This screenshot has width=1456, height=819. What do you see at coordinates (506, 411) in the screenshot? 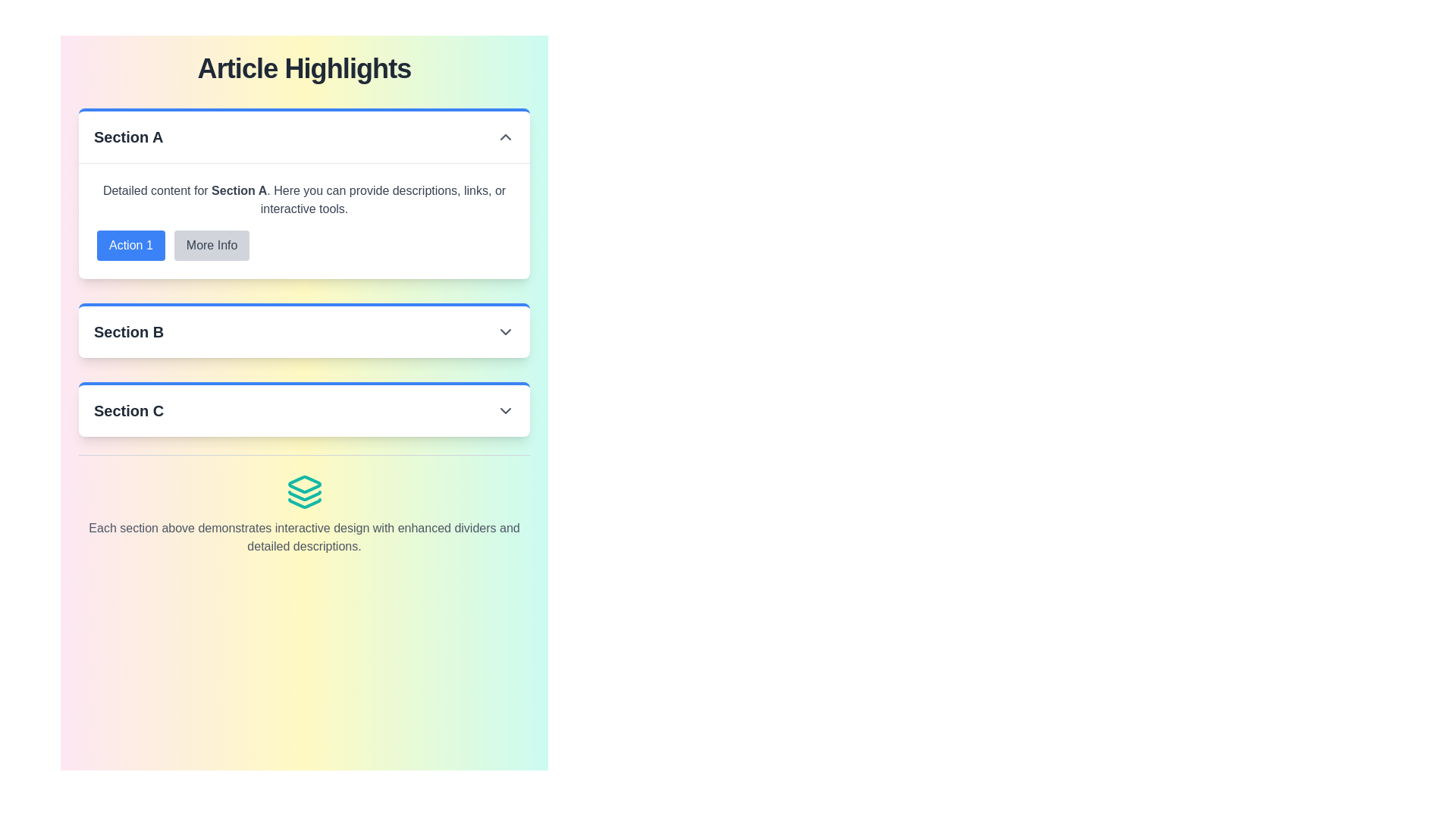
I see `the Dropdown indicator icon located in 'Section C'` at bounding box center [506, 411].